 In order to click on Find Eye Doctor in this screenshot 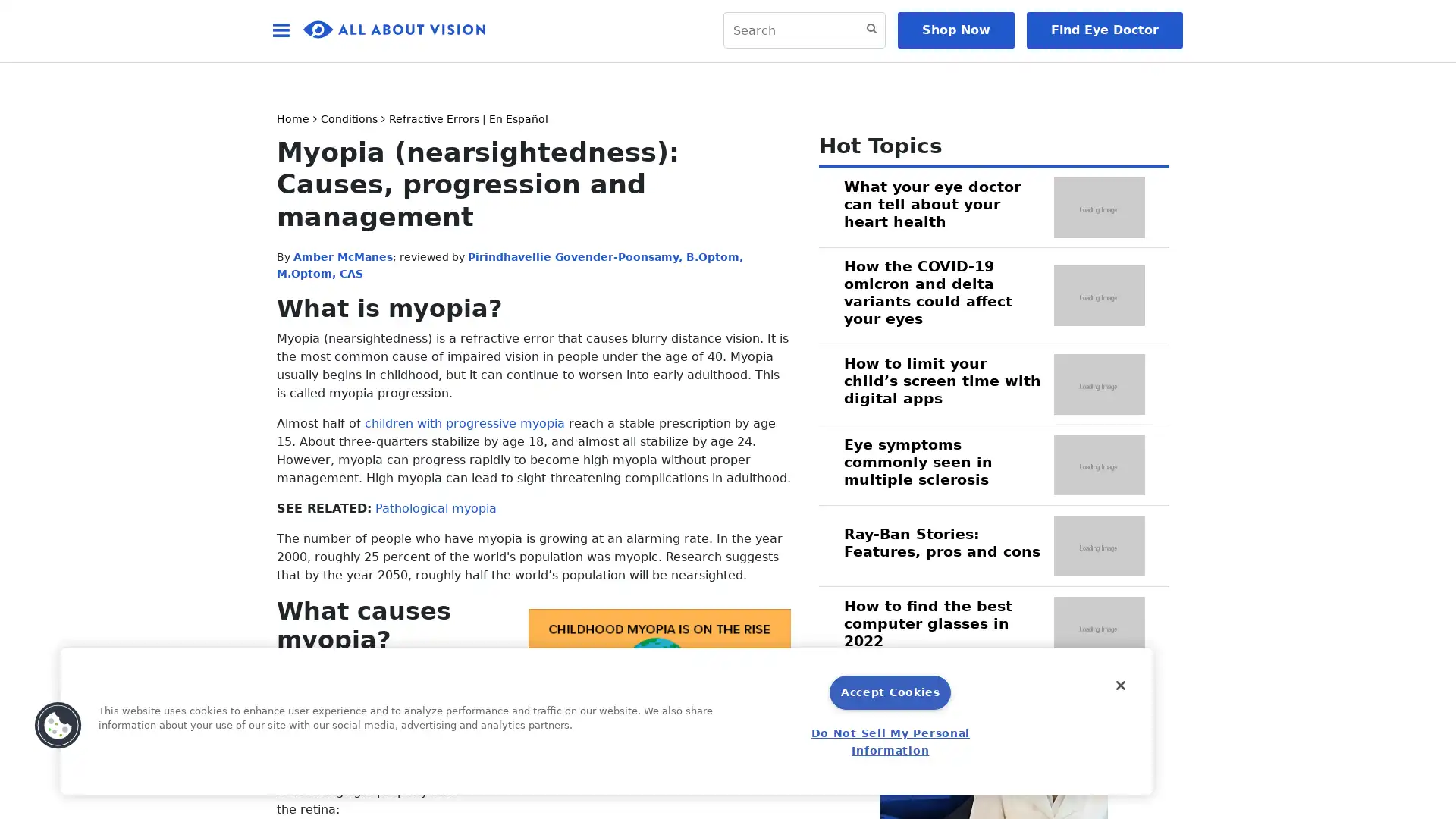, I will do `click(1105, 30)`.